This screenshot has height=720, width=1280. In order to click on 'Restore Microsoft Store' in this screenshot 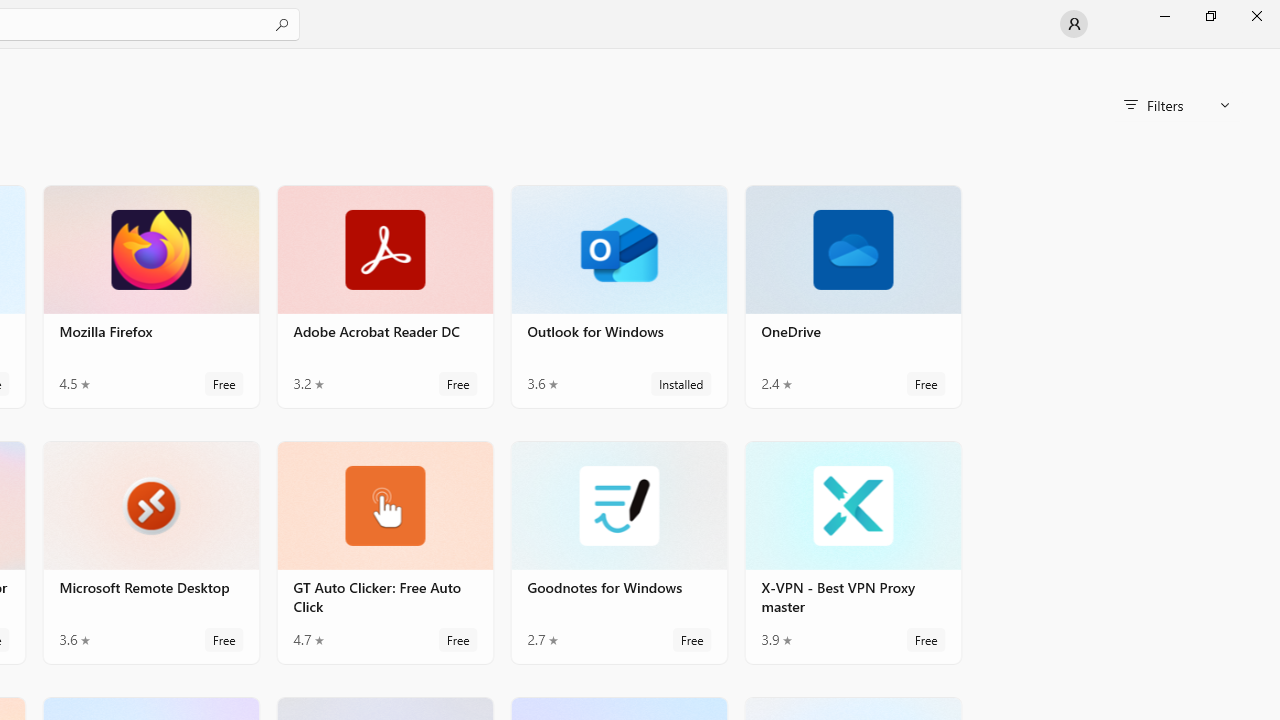, I will do `click(1209, 15)`.